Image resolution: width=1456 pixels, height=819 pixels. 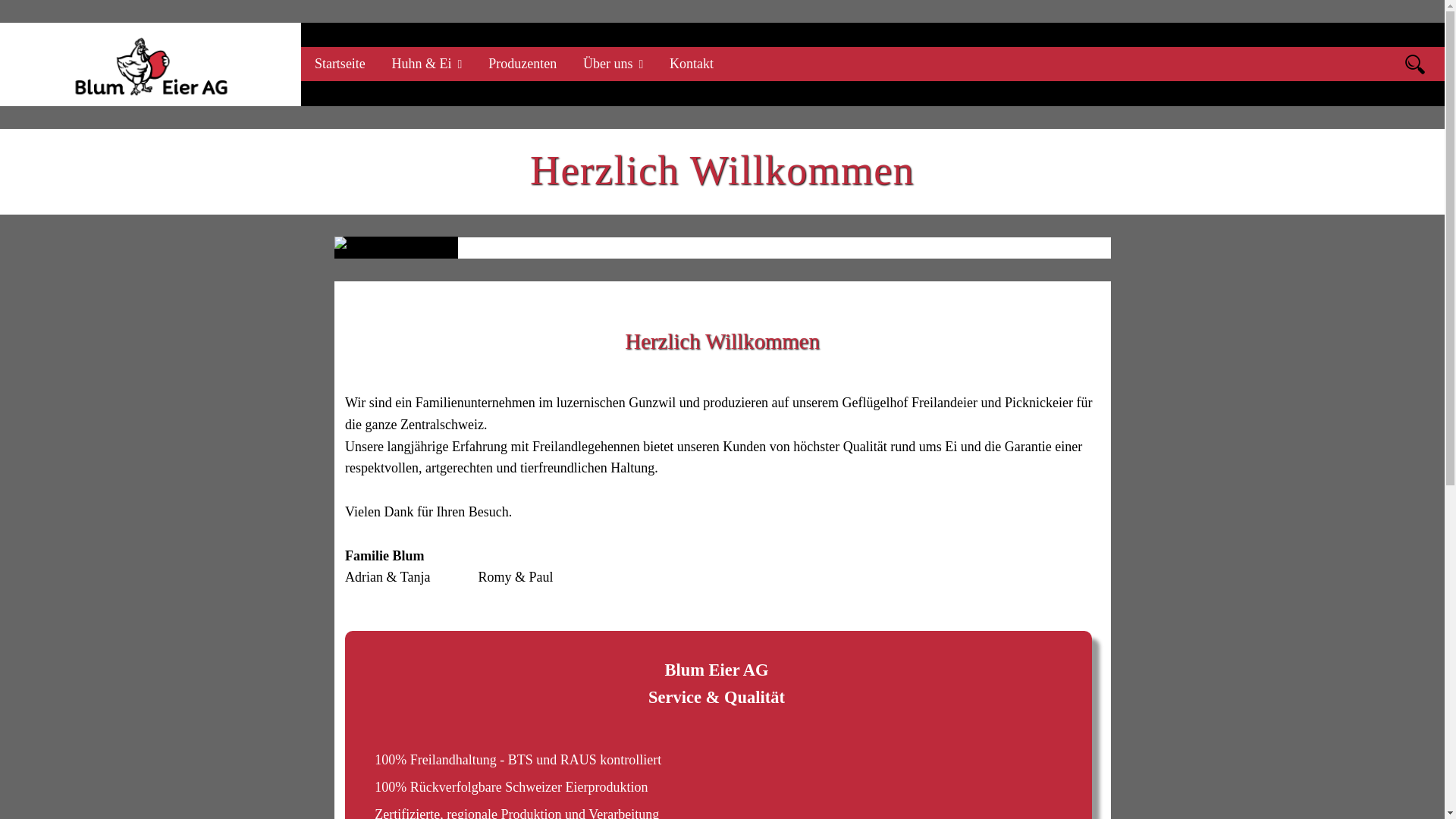 I want to click on 'Suchen', so click(x=1414, y=63).